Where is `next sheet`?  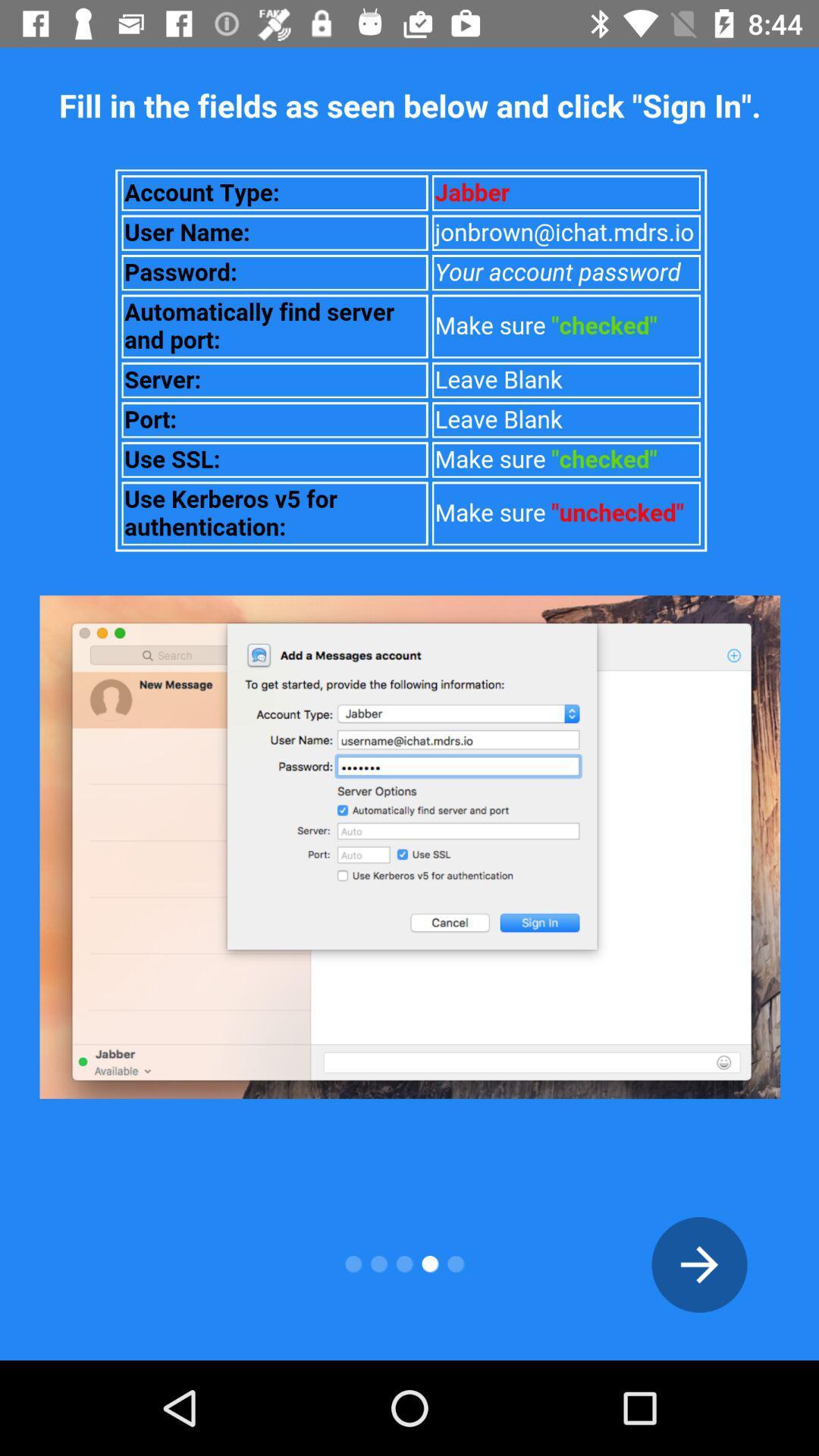 next sheet is located at coordinates (699, 1264).